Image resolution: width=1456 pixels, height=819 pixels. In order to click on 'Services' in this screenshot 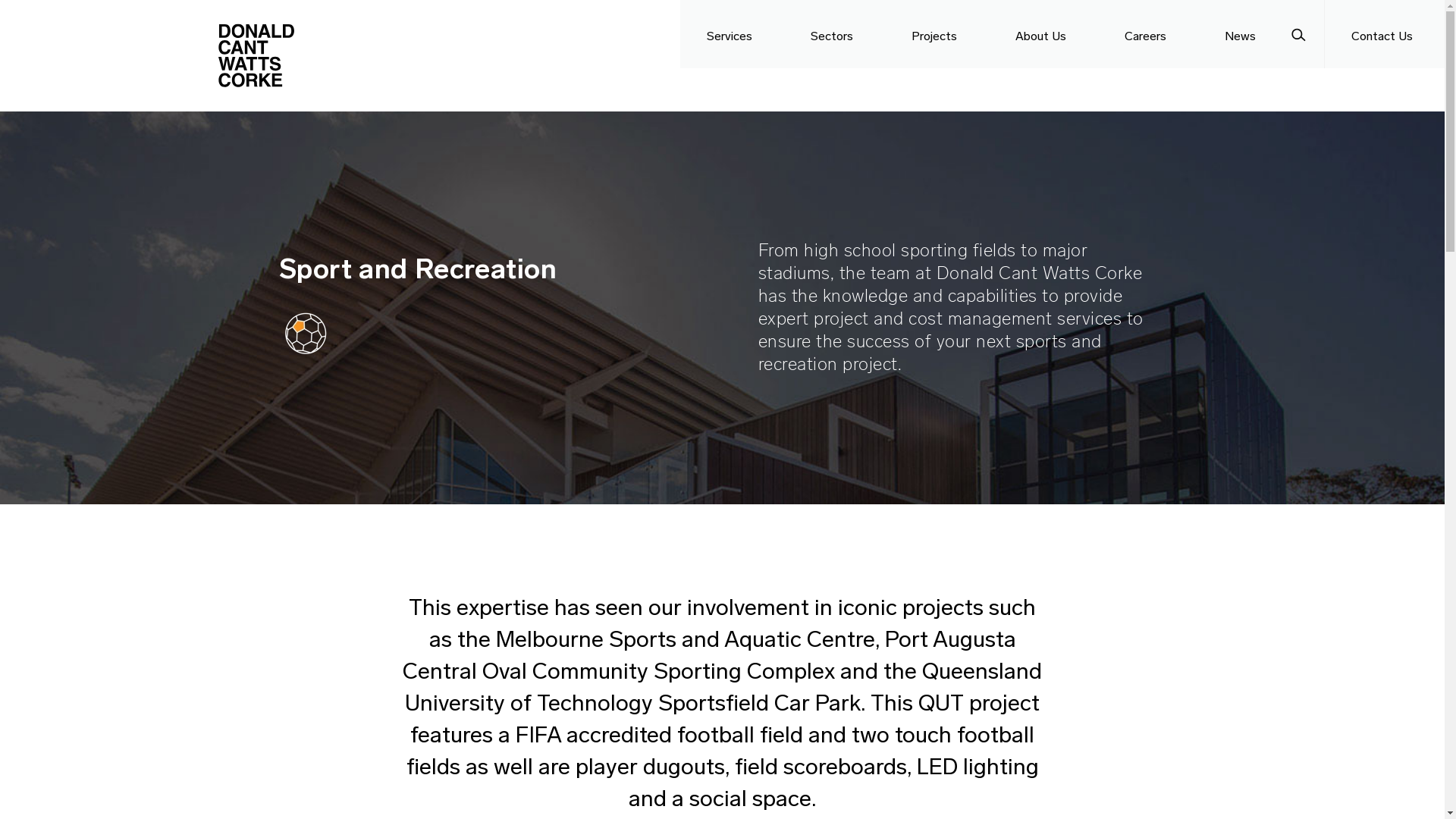, I will do `click(732, 34)`.